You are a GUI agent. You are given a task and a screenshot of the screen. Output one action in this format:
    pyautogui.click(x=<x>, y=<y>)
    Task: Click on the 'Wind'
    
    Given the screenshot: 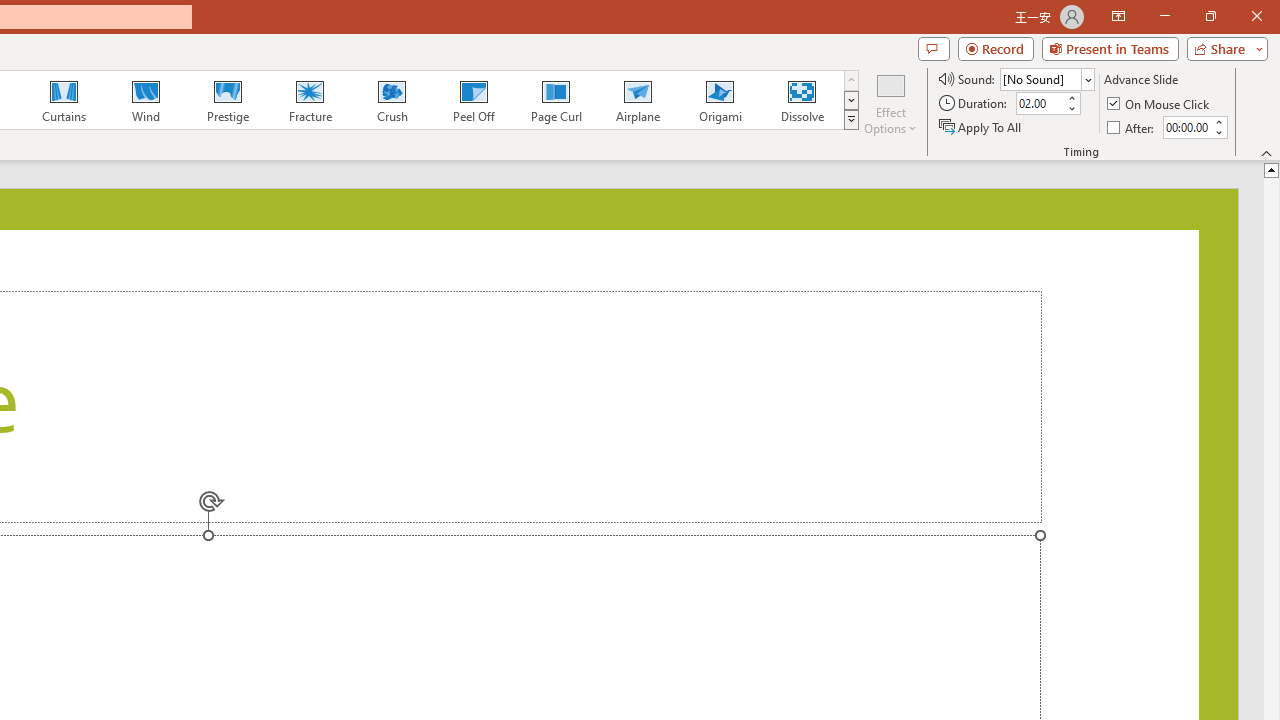 What is the action you would take?
    pyautogui.click(x=144, y=100)
    